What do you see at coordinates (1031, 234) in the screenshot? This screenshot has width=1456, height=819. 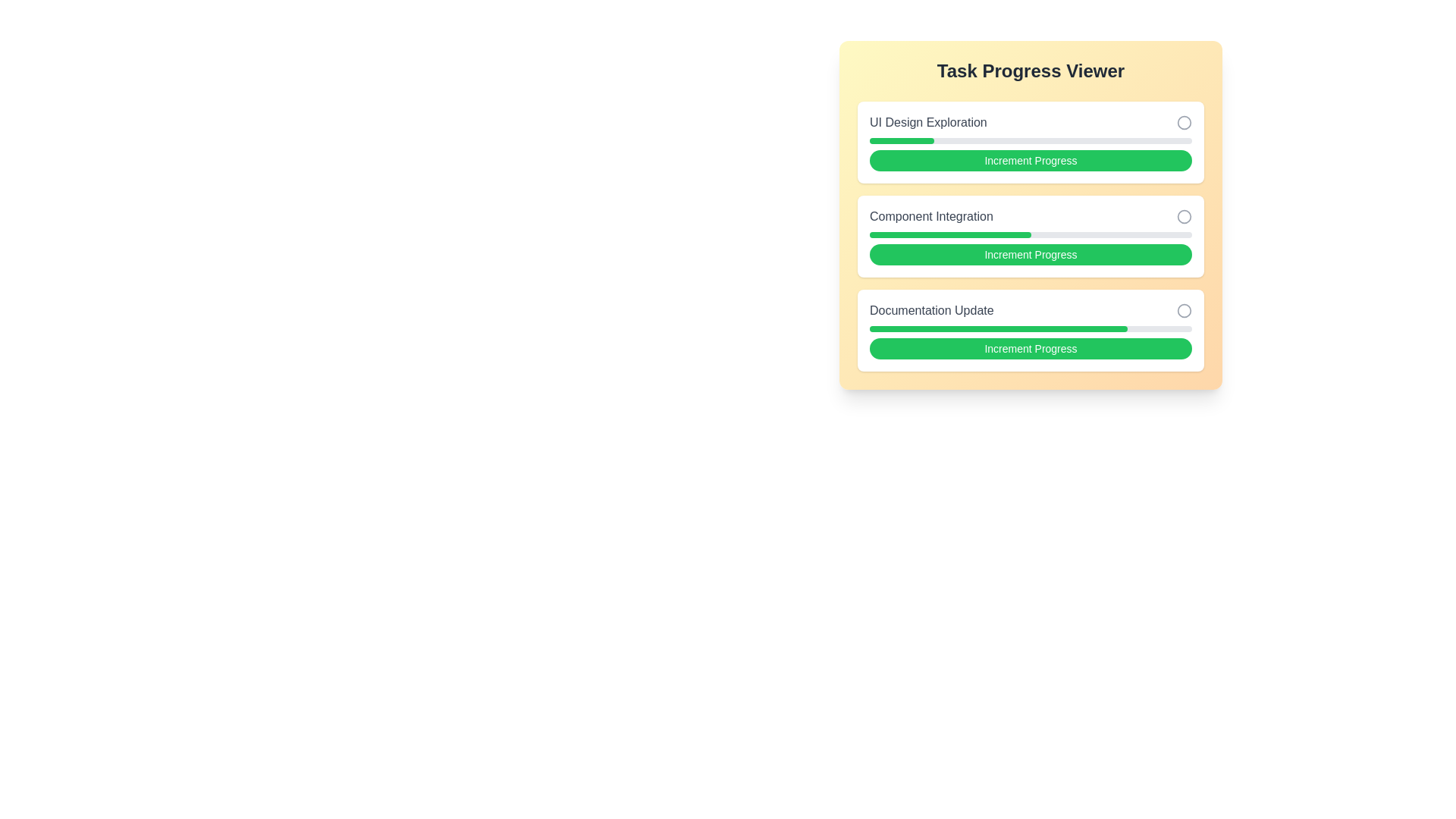 I see `the Progress Bar indicating 50% completion for the 'Component Integration' task, located below its label and above the 'Increment Progress' button` at bounding box center [1031, 234].